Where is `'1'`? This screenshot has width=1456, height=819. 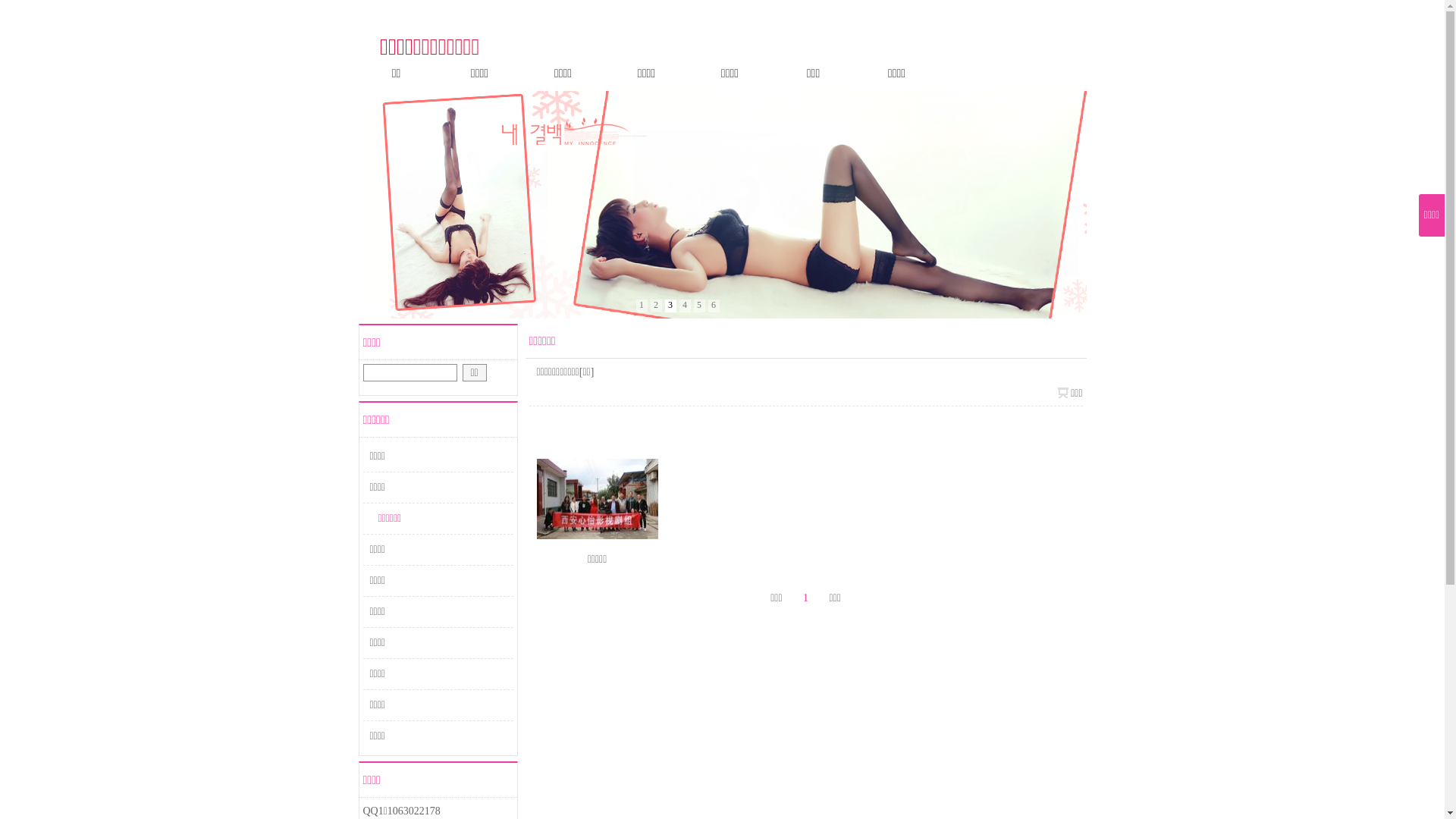
'1' is located at coordinates (641, 306).